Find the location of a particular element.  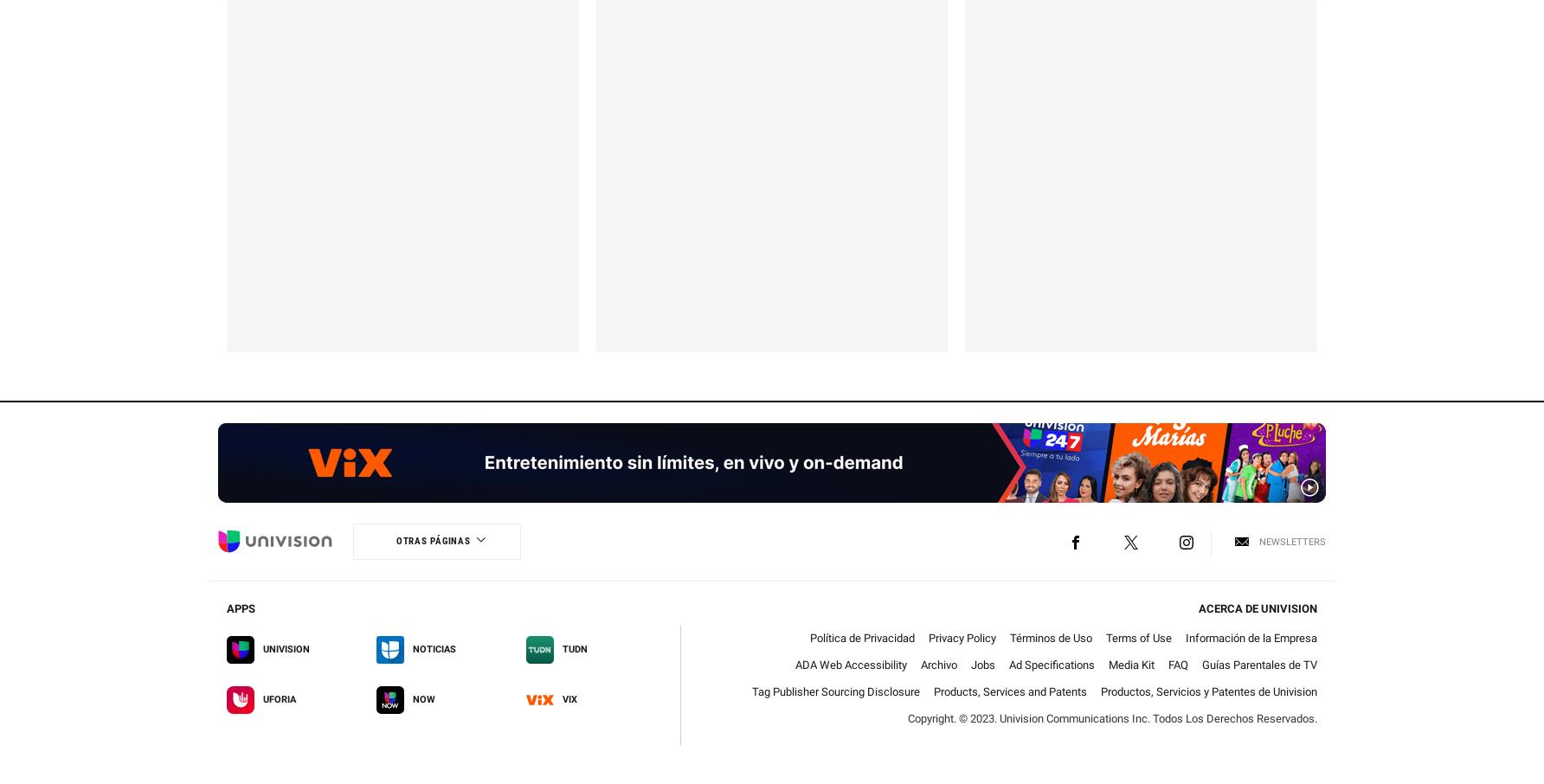

'Política de Privacidad' is located at coordinates (808, 636).